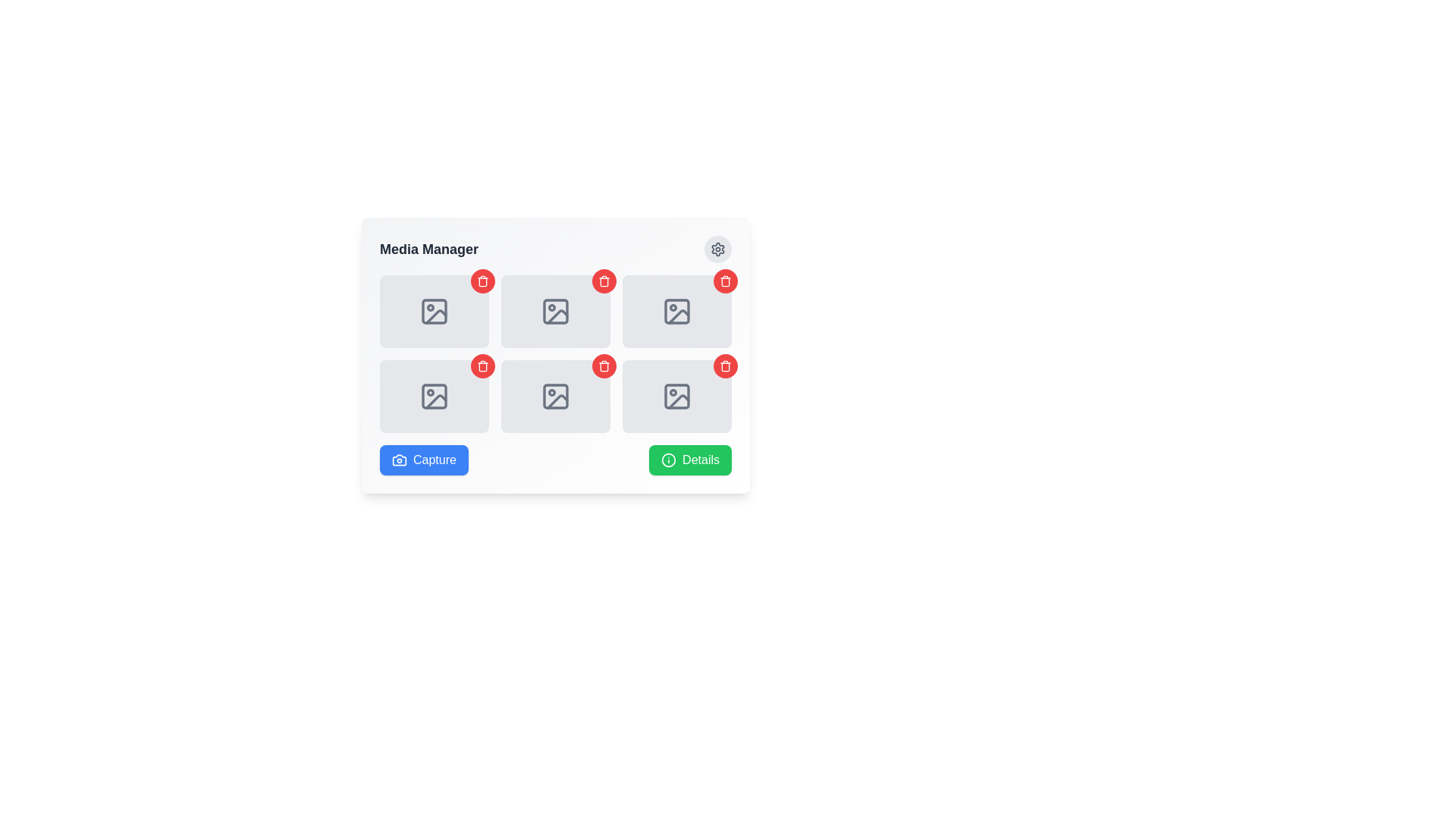  Describe the element at coordinates (603, 281) in the screenshot. I see `the trash bin icon button with a red background in the top-right corner of the media item grid slot to initiate a delete action` at that location.